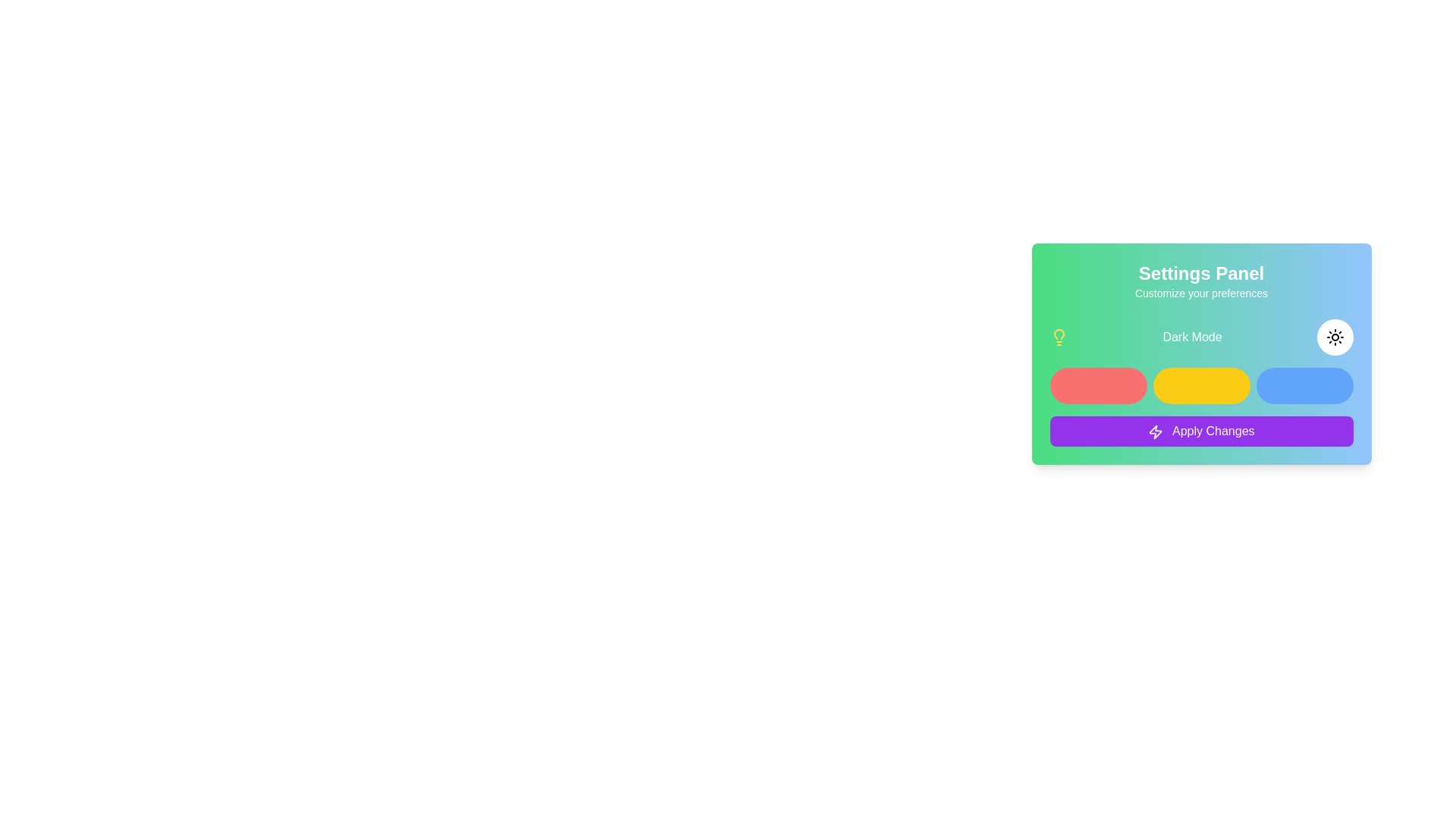  I want to click on header text element located at the top of the panel, which provides context to the elements below it, so click(1200, 274).